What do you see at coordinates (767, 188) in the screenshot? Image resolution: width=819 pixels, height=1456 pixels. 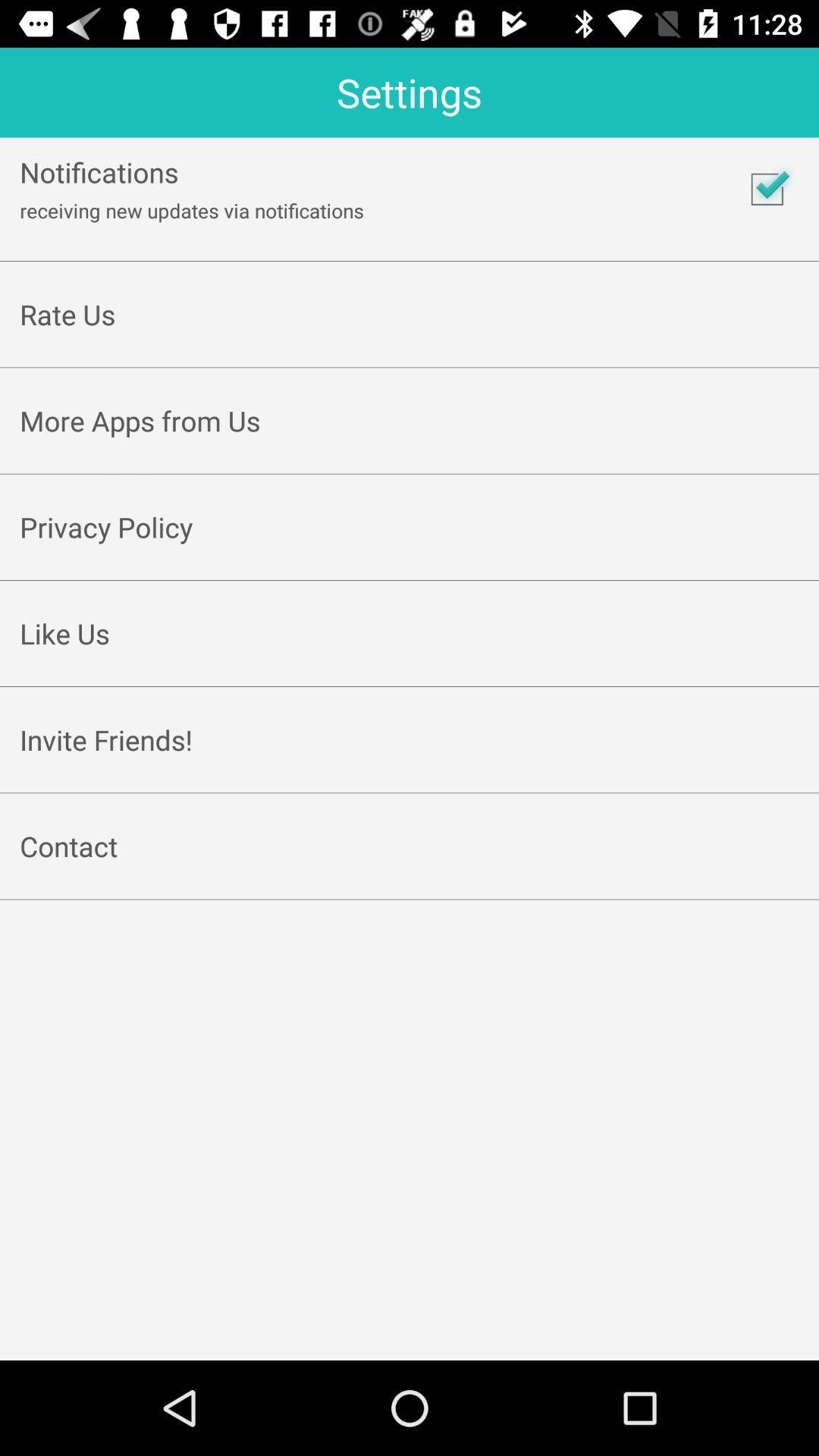 I see `icon next to receiving new updates` at bounding box center [767, 188].